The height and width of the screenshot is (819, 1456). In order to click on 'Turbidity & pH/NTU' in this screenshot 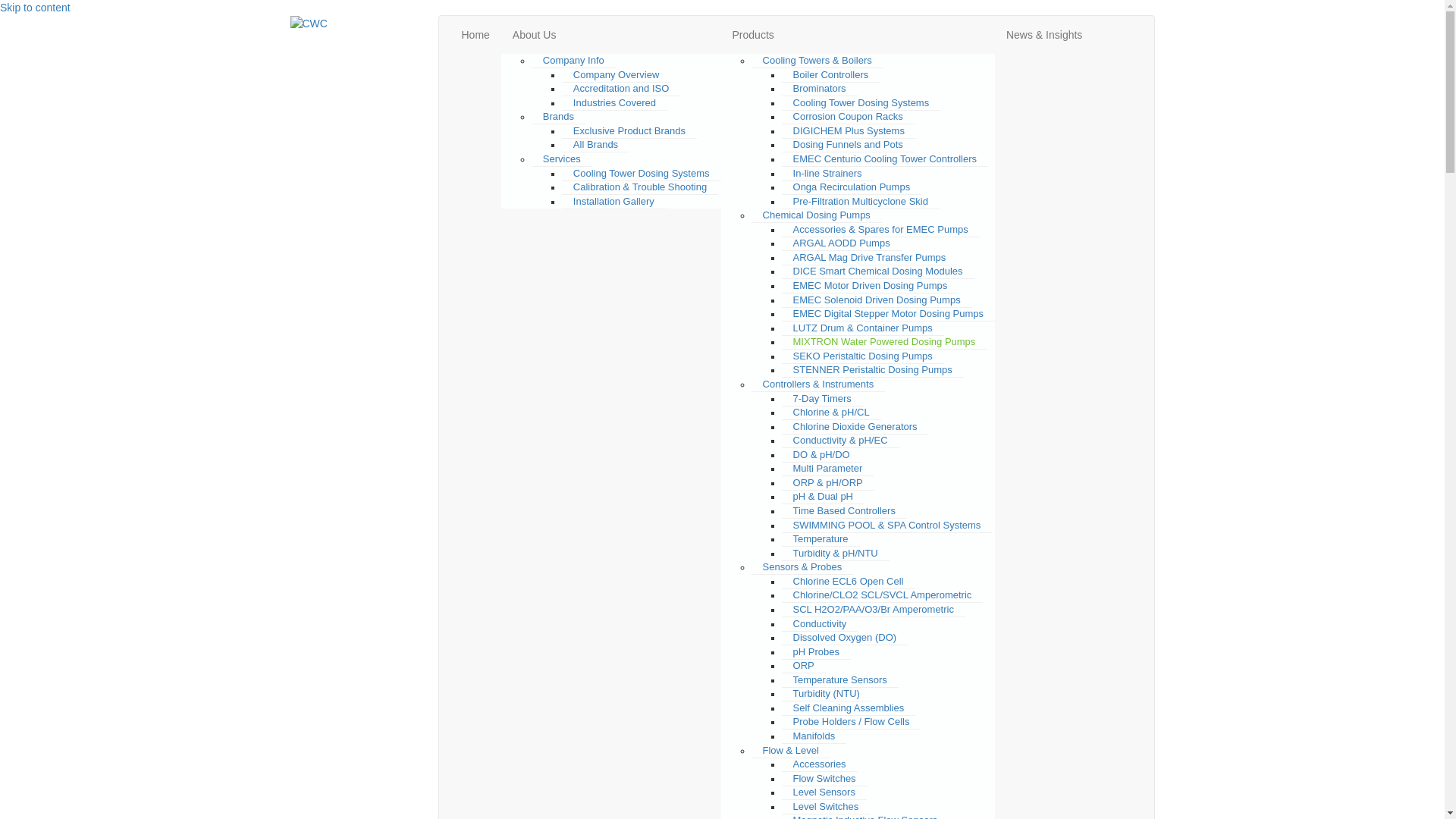, I will do `click(835, 553)`.